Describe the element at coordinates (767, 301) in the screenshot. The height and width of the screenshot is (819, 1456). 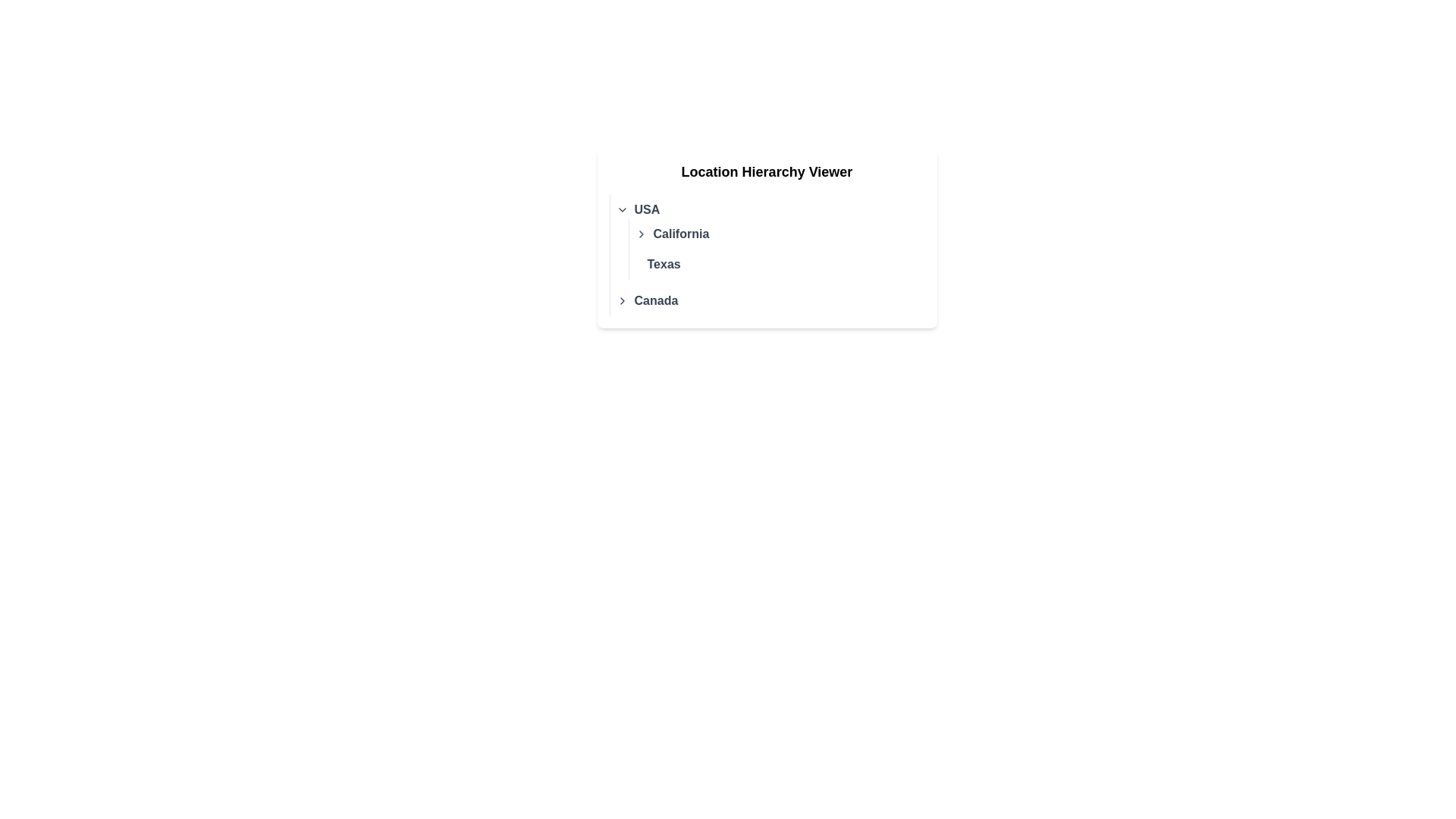
I see `the last selectable geographical category in the 'Location Hierarchy Viewer' list` at that location.